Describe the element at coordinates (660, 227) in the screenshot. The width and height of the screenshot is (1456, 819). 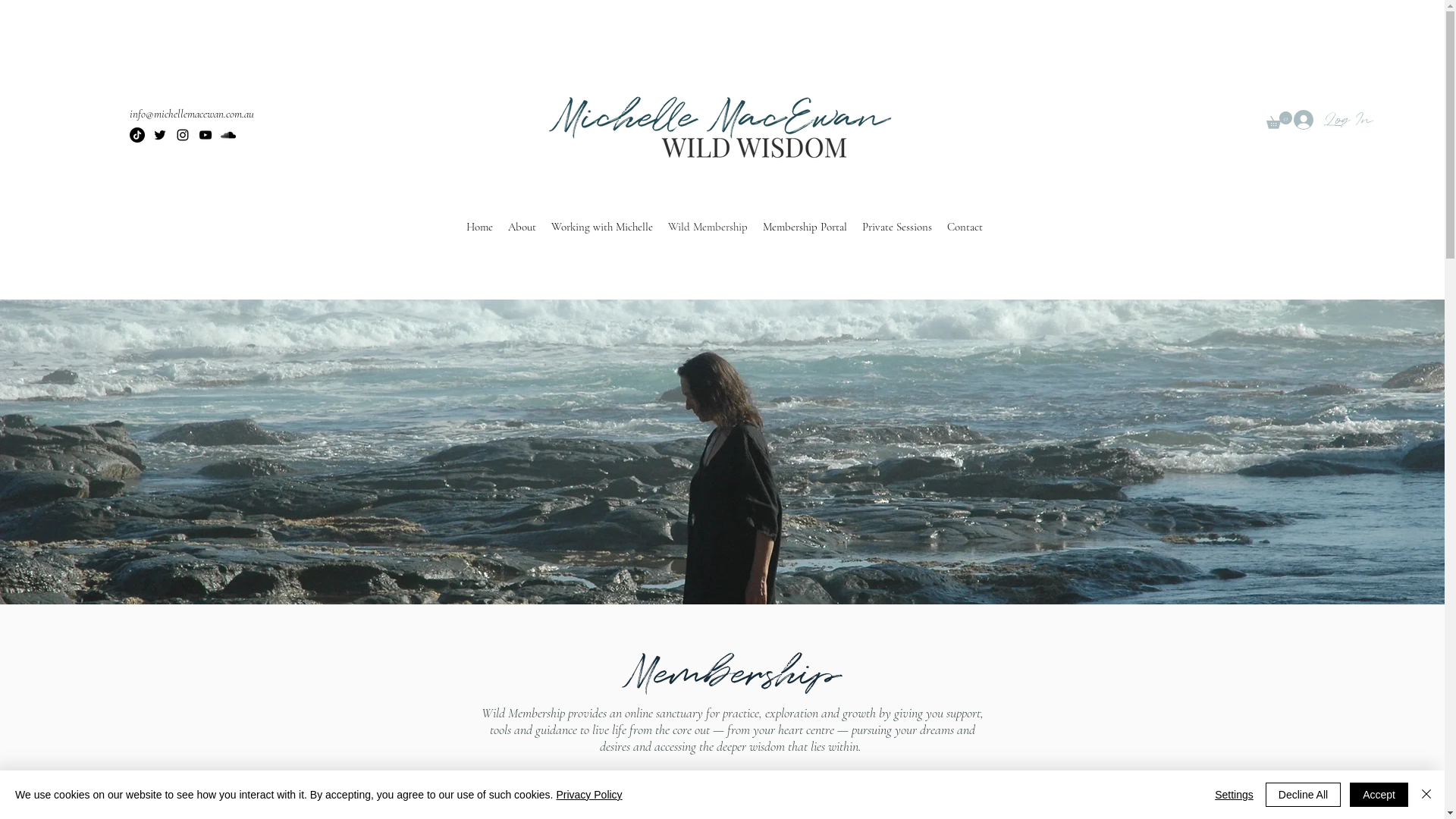
I see `'Wild Membership'` at that location.